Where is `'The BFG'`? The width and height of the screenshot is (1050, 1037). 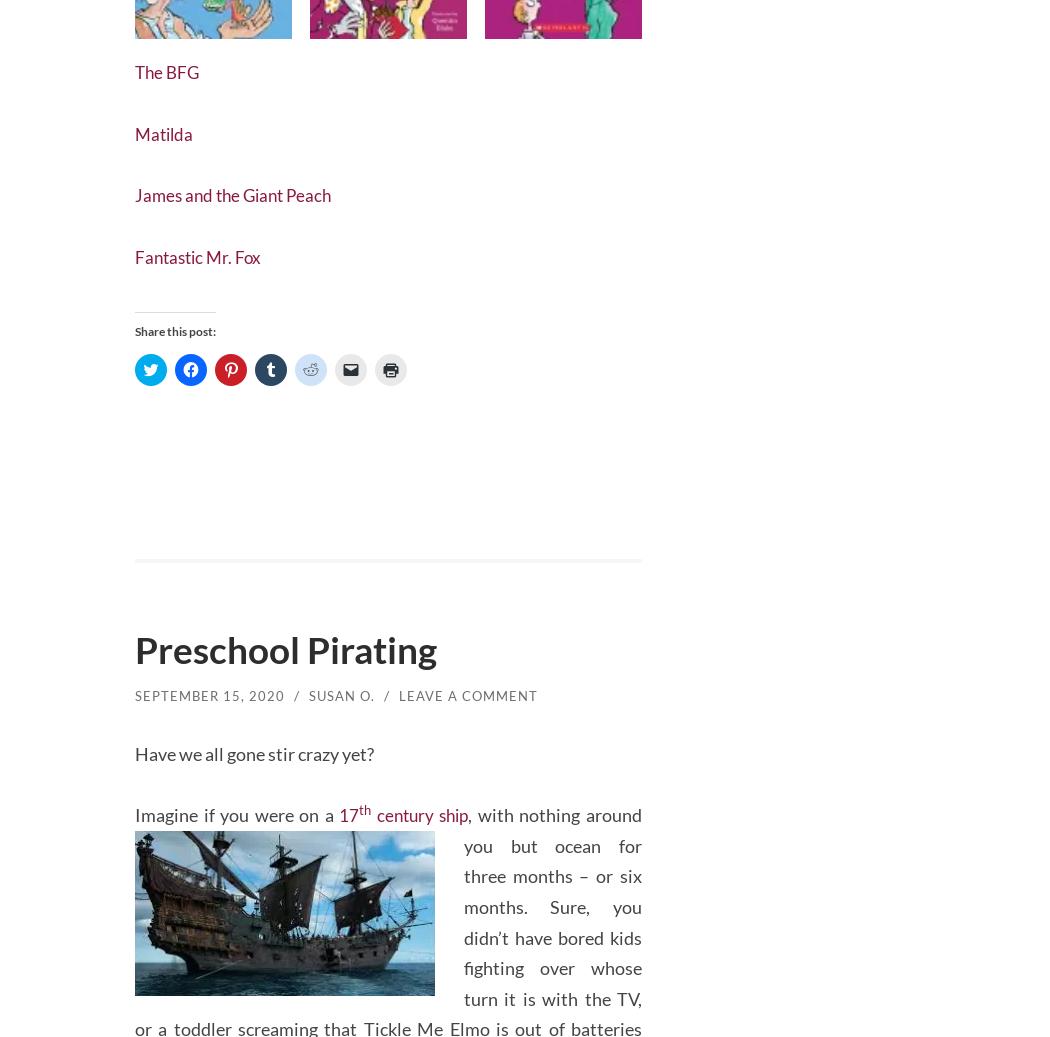
'The BFG' is located at coordinates (169, 67).